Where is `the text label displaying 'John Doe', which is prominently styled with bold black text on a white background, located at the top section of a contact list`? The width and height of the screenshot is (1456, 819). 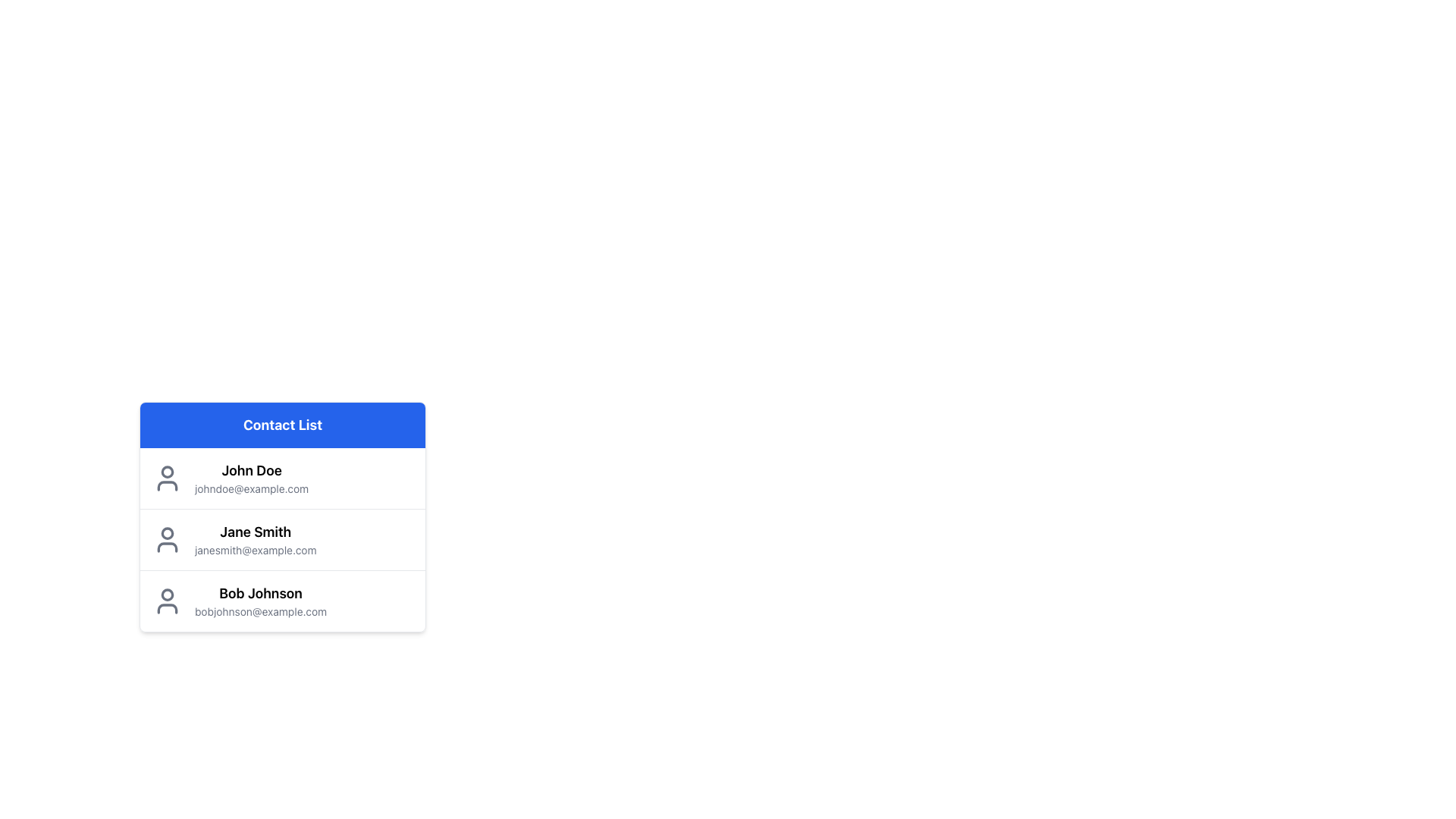 the text label displaying 'John Doe', which is prominently styled with bold black text on a white background, located at the top section of a contact list is located at coordinates (252, 470).